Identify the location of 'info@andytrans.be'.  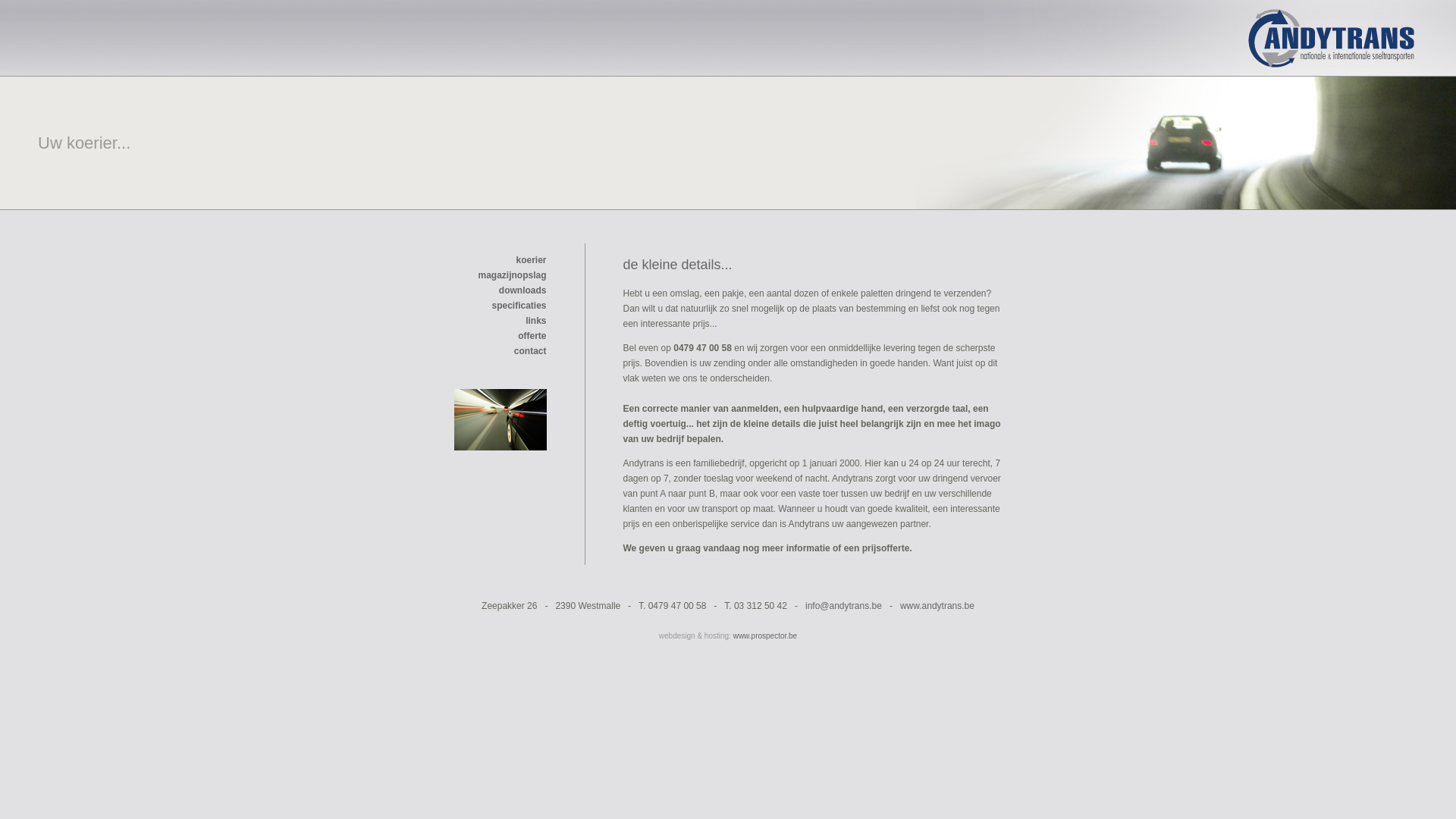
(843, 604).